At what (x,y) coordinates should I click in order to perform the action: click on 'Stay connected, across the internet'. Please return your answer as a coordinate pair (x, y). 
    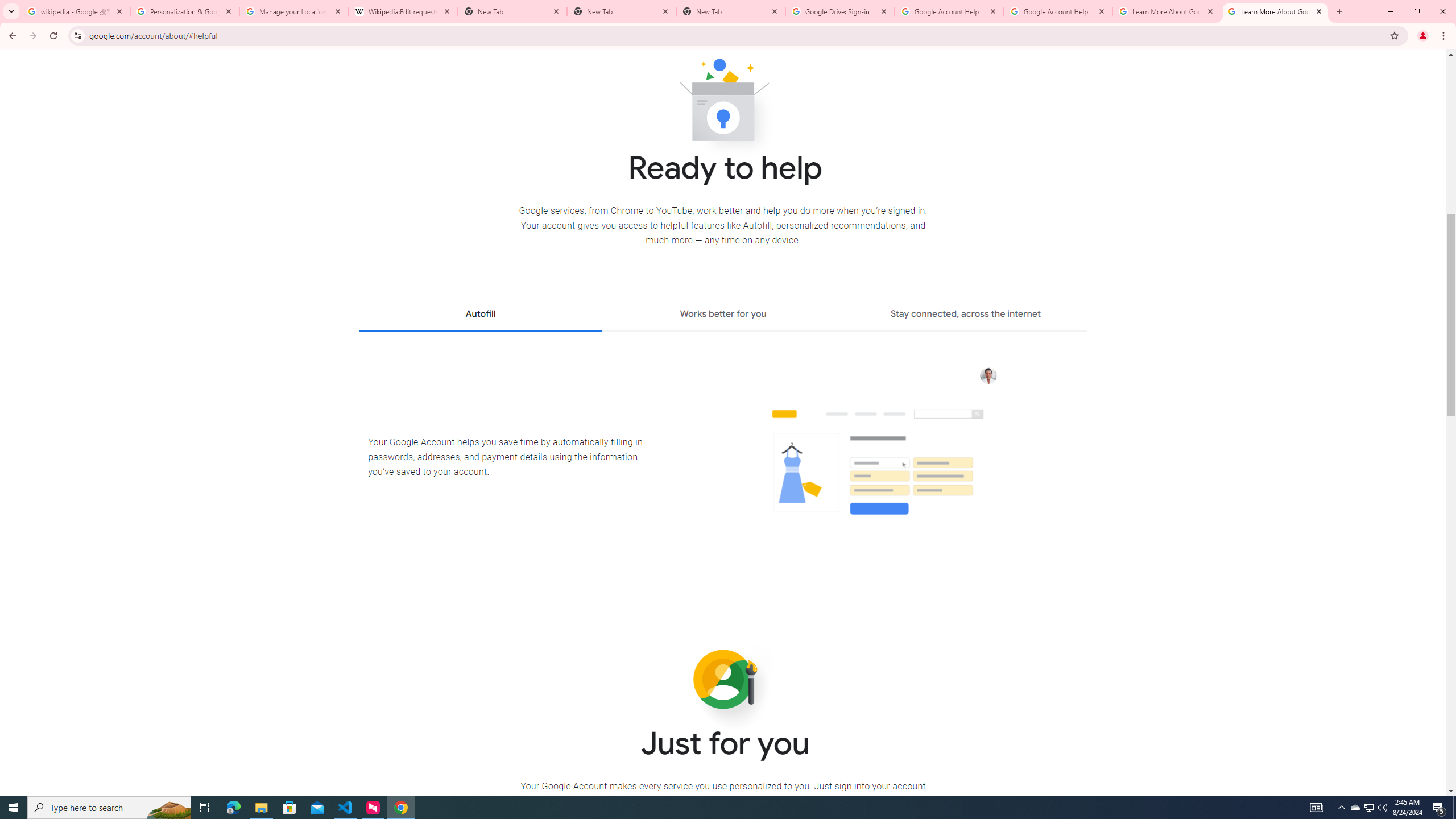
    Looking at the image, I should click on (965, 315).